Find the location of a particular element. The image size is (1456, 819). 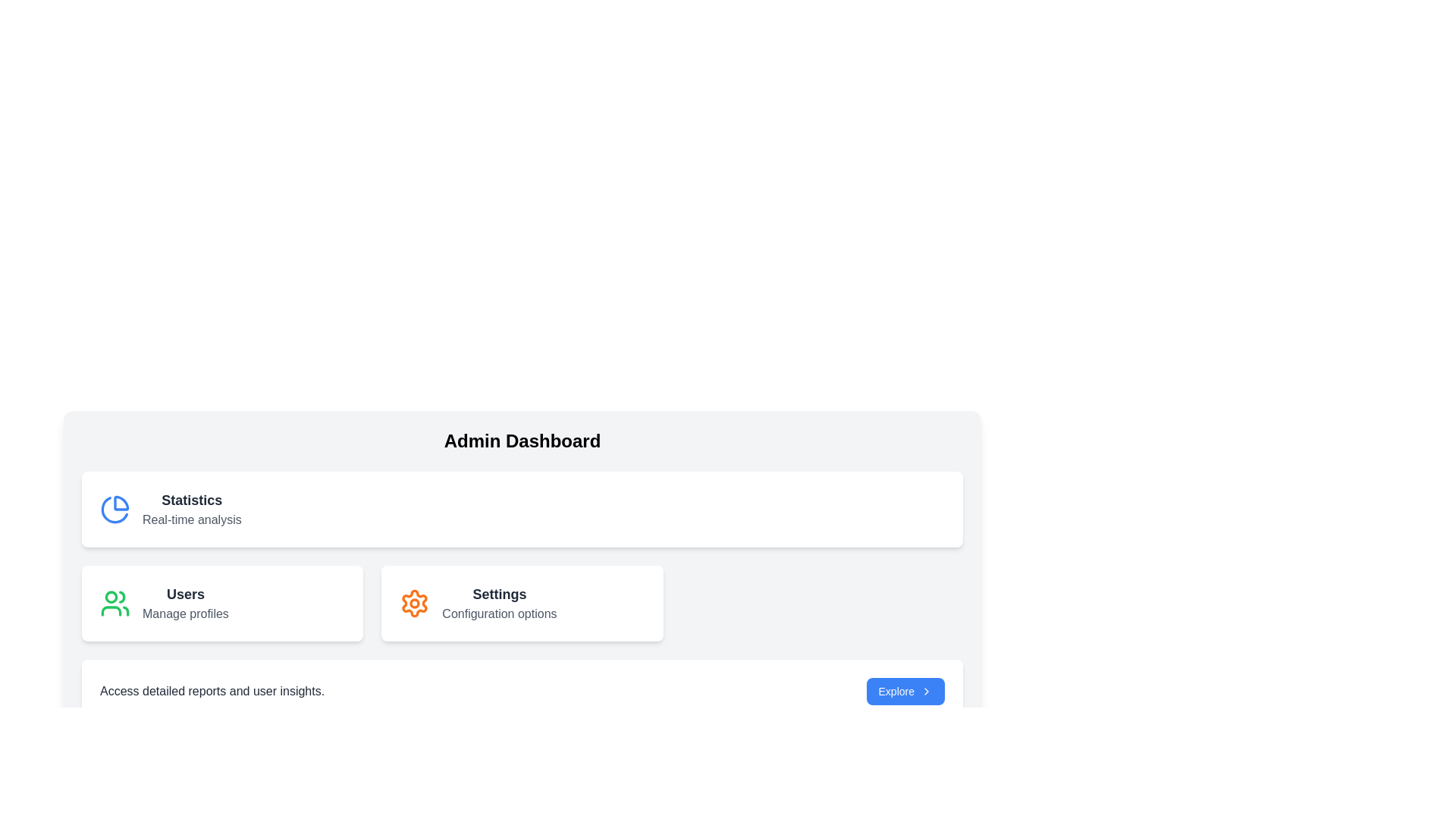

the titled label for the settings section, which is positioned above the text 'Configuration options' and to the right of the orange gear icon is located at coordinates (499, 593).